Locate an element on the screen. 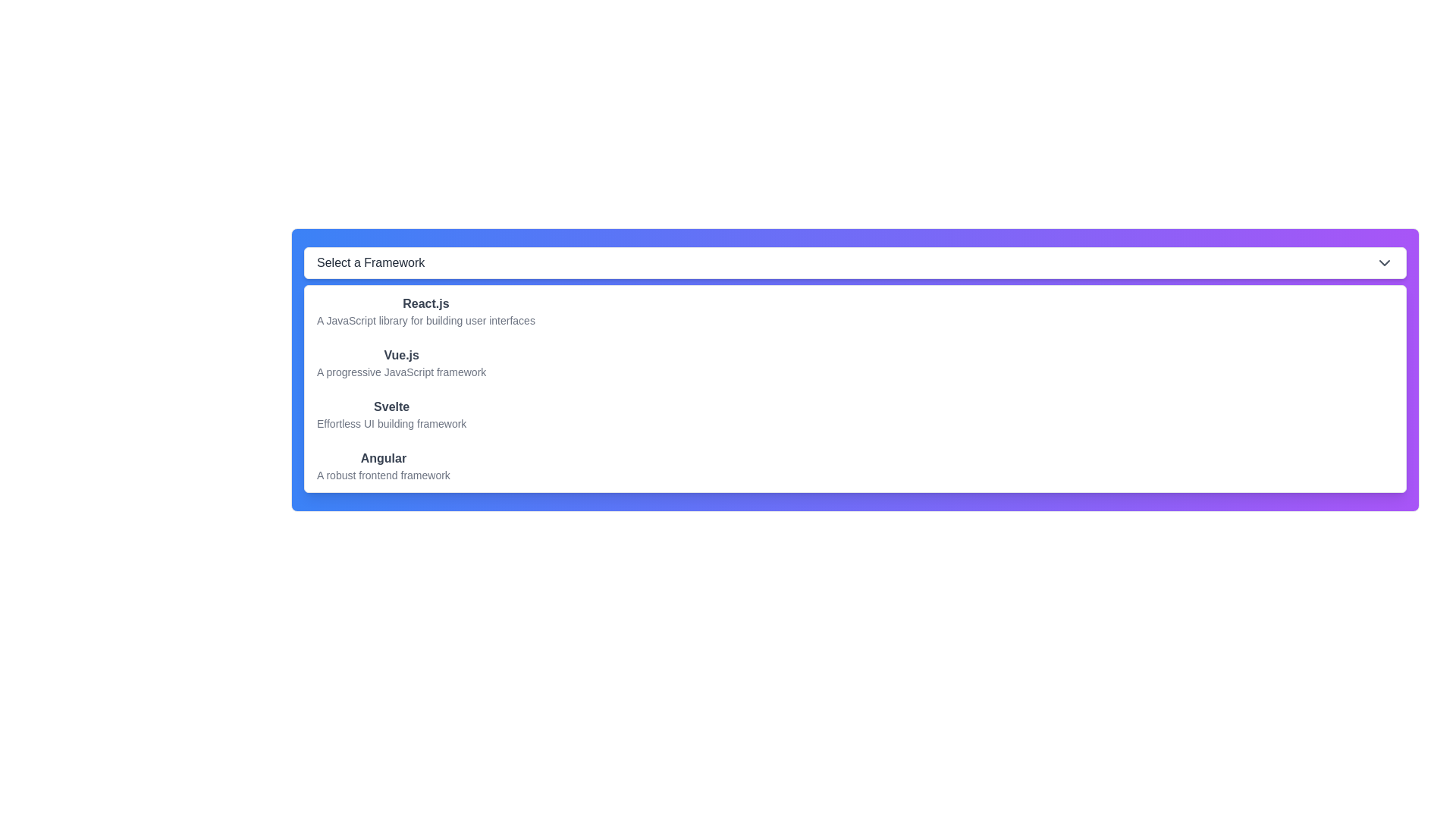 This screenshot has width=1456, height=819. text content of the Text label located within the dropdown list beneath the bolded label 'Svelte', positioned between 'Vue.js' and 'Angular' is located at coordinates (391, 424).